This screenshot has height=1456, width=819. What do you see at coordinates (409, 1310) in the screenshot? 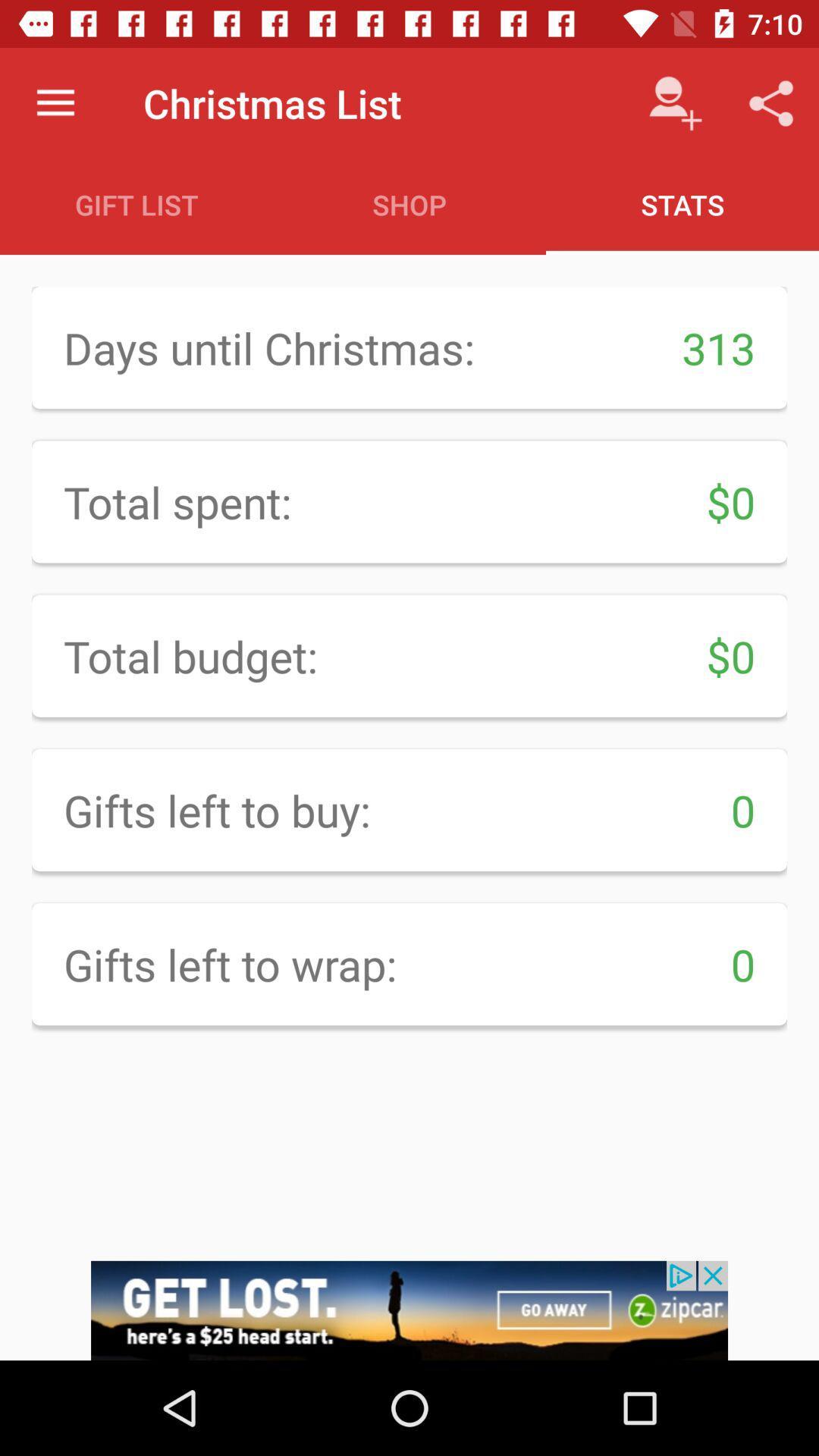
I see `advertisement` at bounding box center [409, 1310].